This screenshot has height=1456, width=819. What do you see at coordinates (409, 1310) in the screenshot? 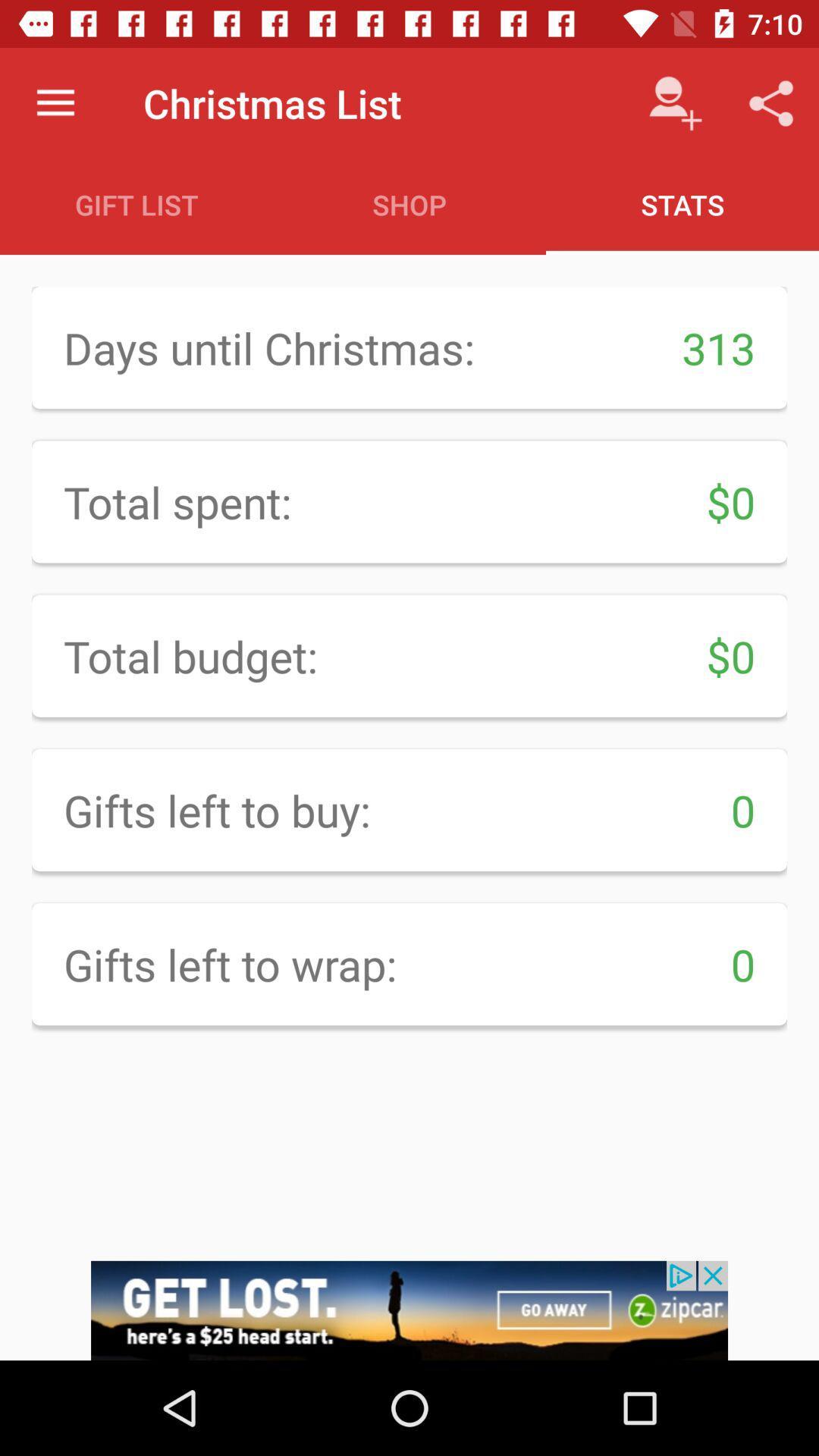
I see `advertisement` at bounding box center [409, 1310].